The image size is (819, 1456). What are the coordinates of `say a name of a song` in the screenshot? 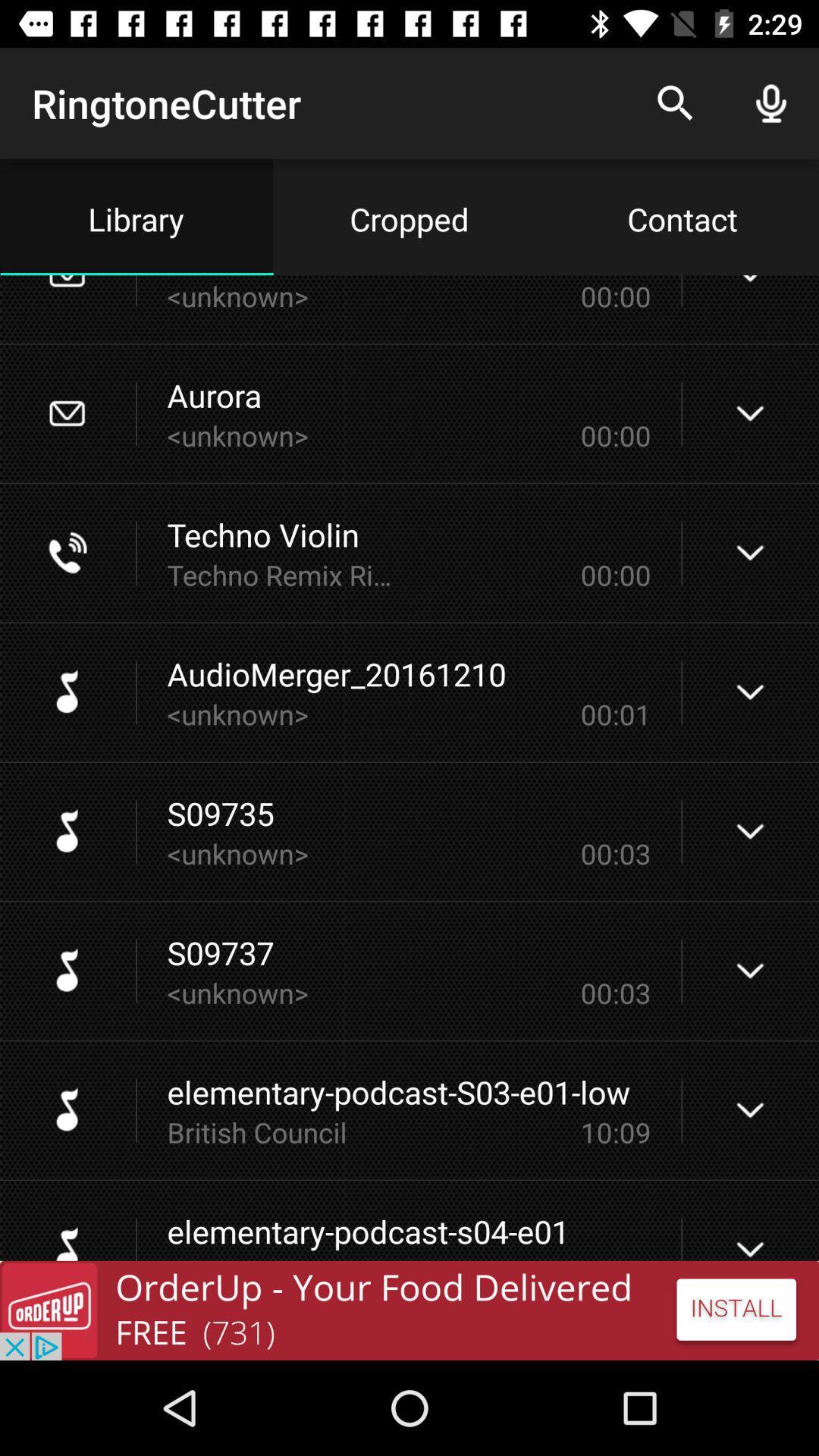 It's located at (409, 1310).